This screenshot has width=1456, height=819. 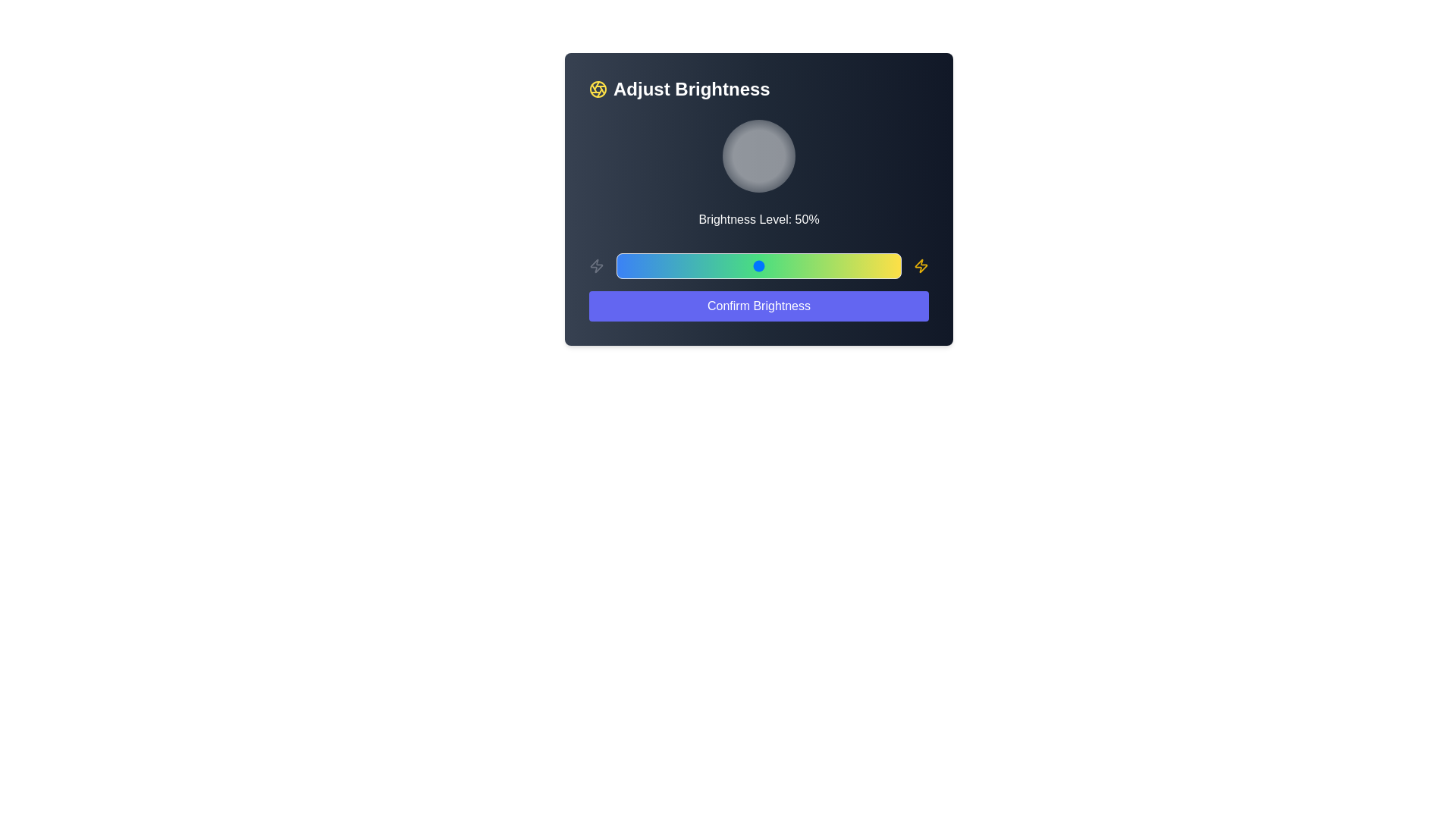 I want to click on the brightness slider to 95%, so click(x=887, y=265).